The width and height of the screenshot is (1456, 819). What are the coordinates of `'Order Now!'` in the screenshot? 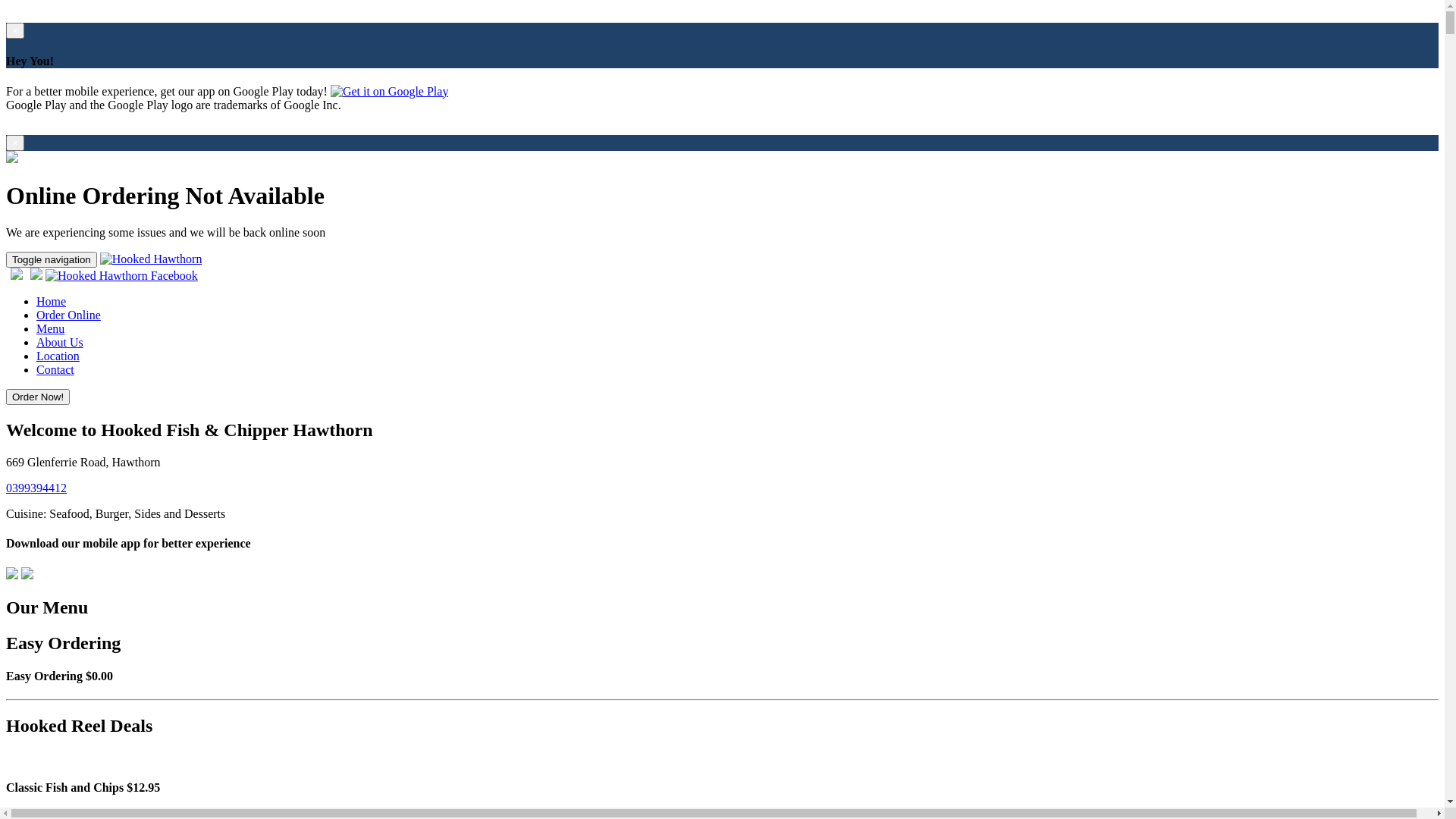 It's located at (37, 396).